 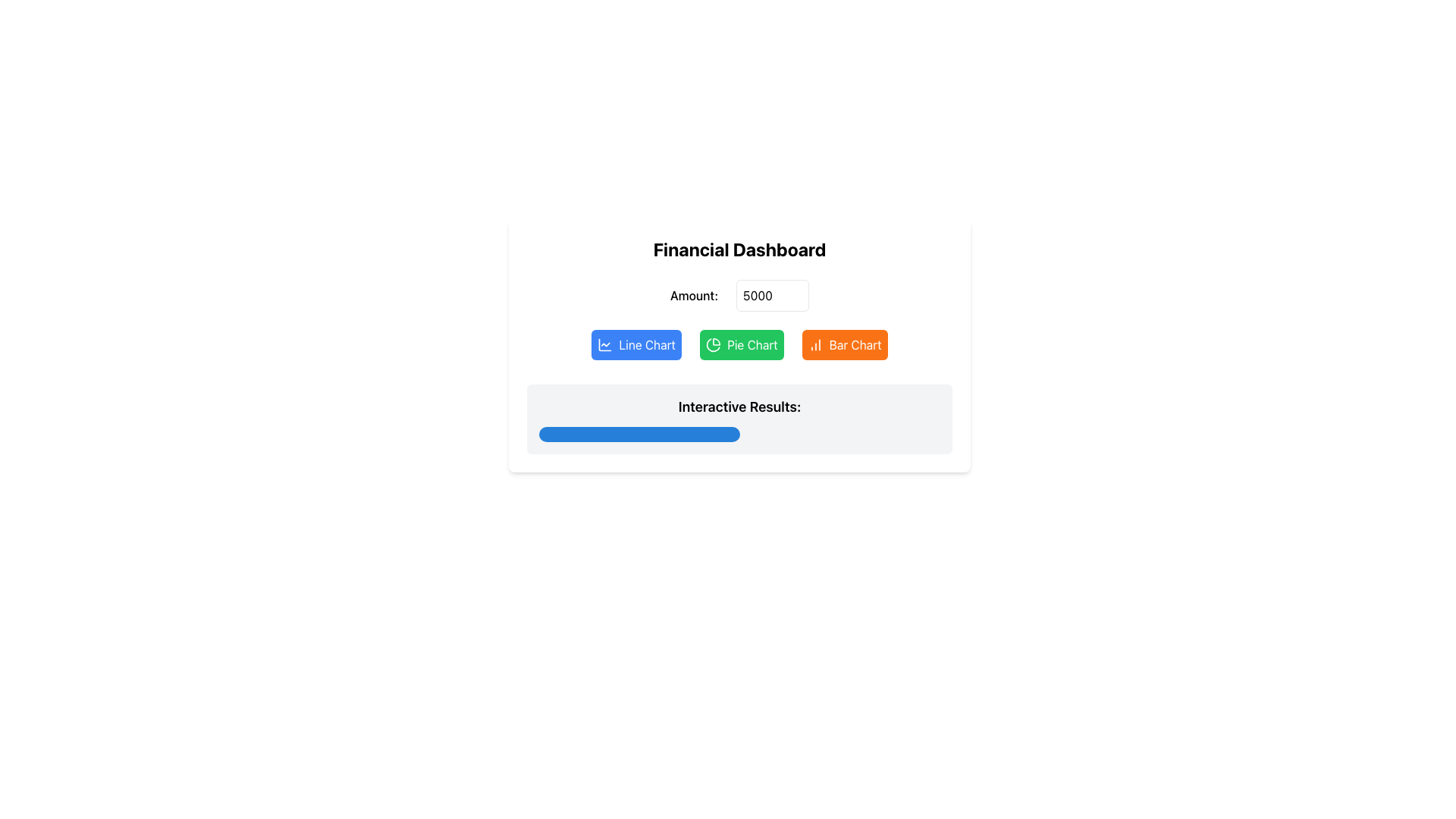 What do you see at coordinates (739, 419) in the screenshot?
I see `the 'Interactive Results:' section of the Informational Section with Progress Bar to influence related sections of the dashboard` at bounding box center [739, 419].